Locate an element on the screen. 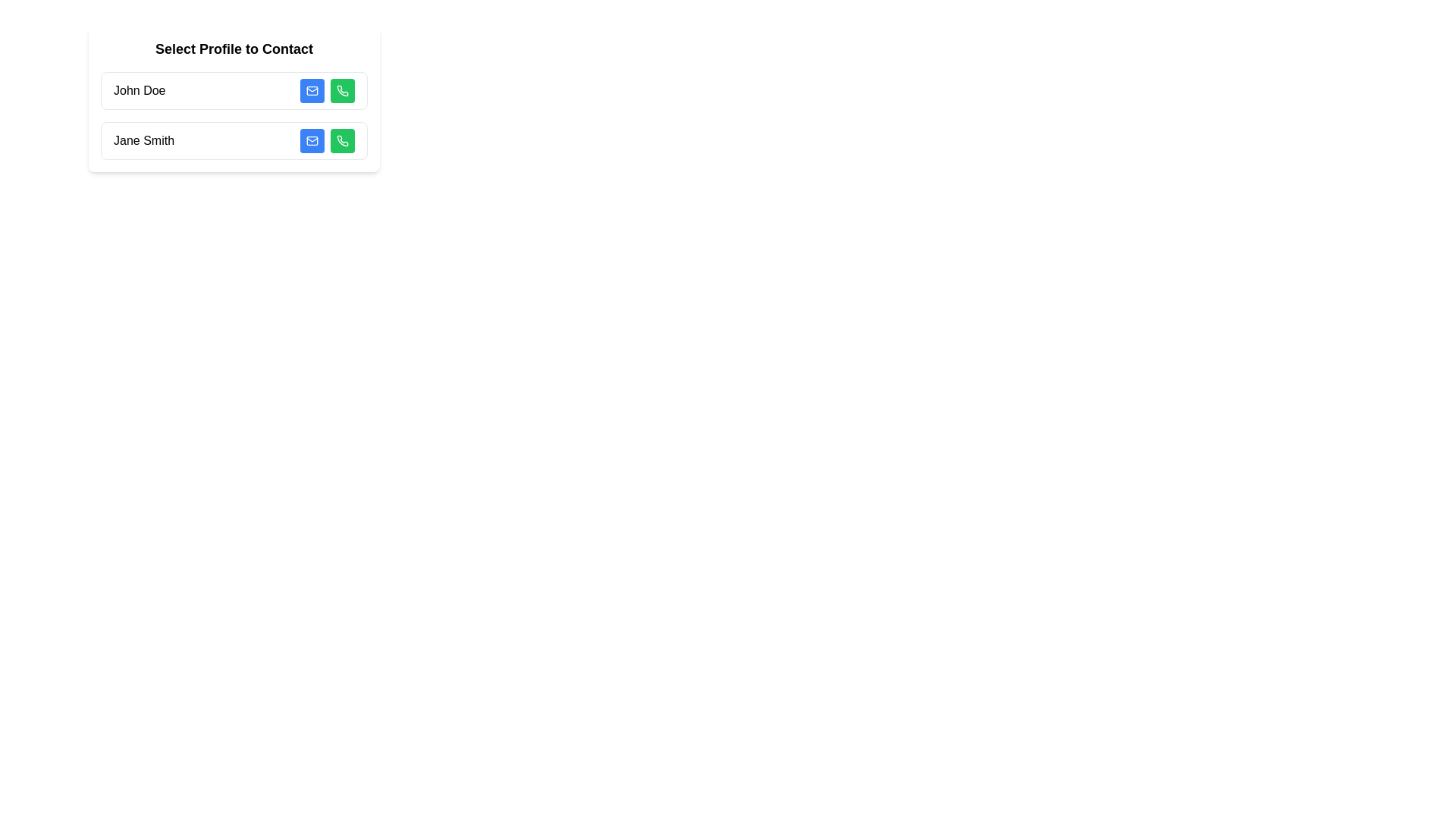  the text element displaying 'John Doe' is located at coordinates (140, 90).